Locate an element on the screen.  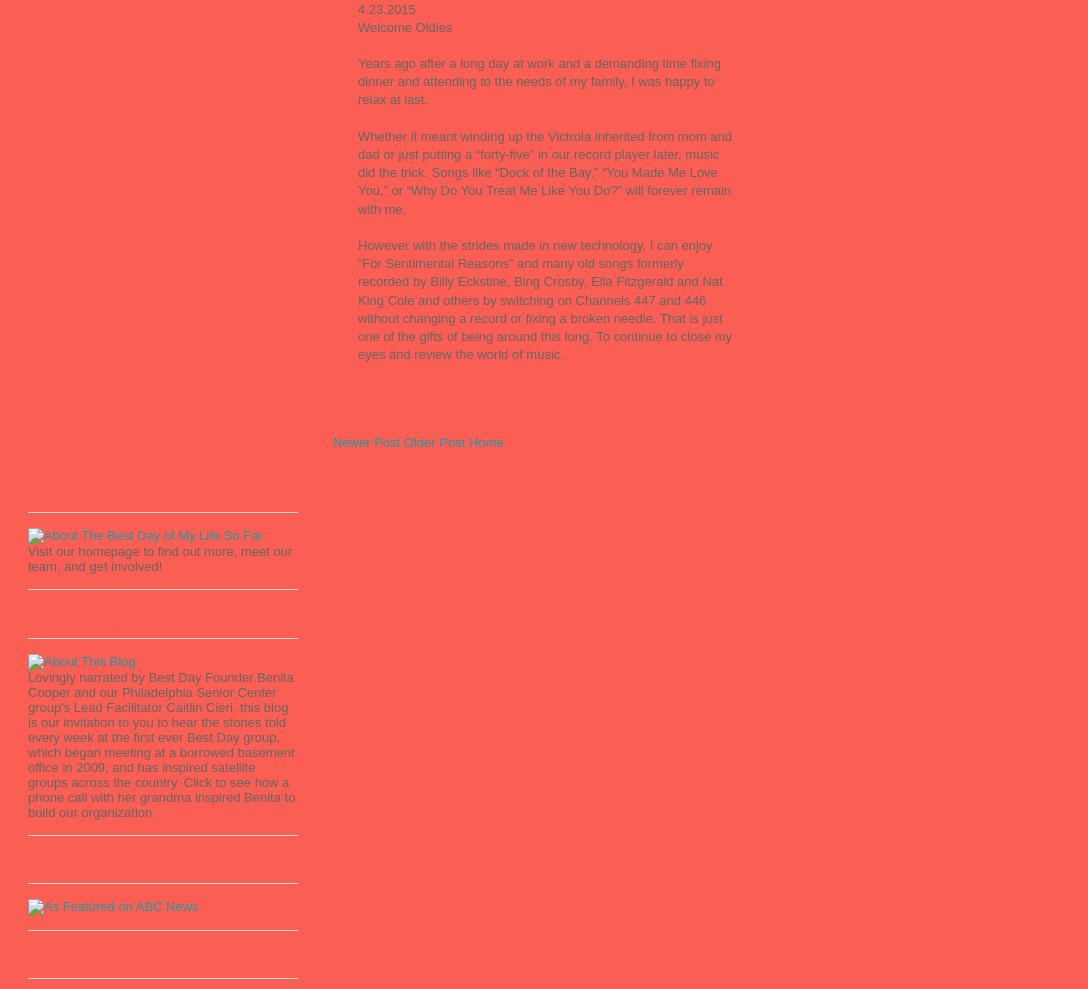
'4.23.2015' is located at coordinates (386, 7).